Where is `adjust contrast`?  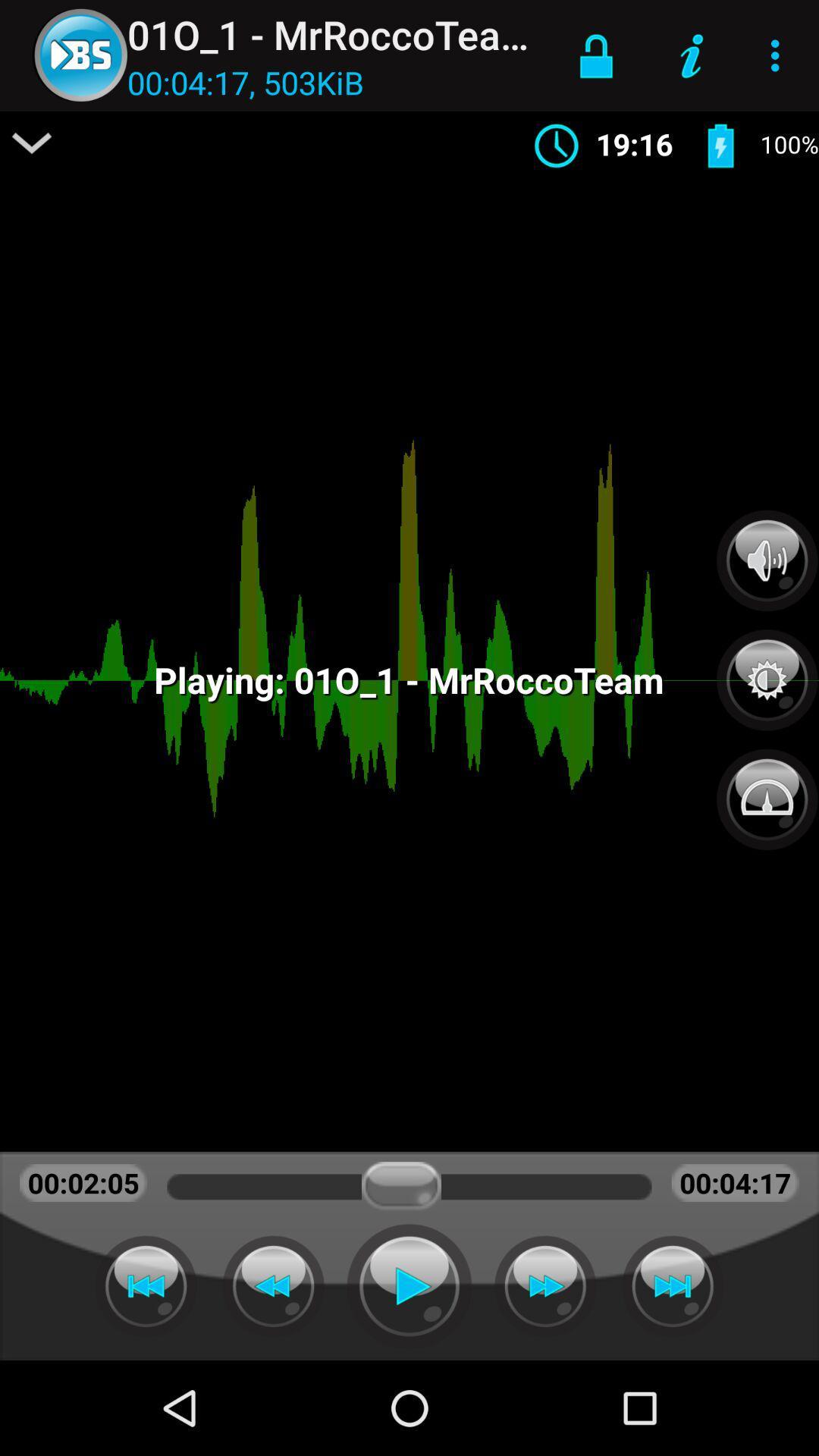
adjust contrast is located at coordinates (767, 671).